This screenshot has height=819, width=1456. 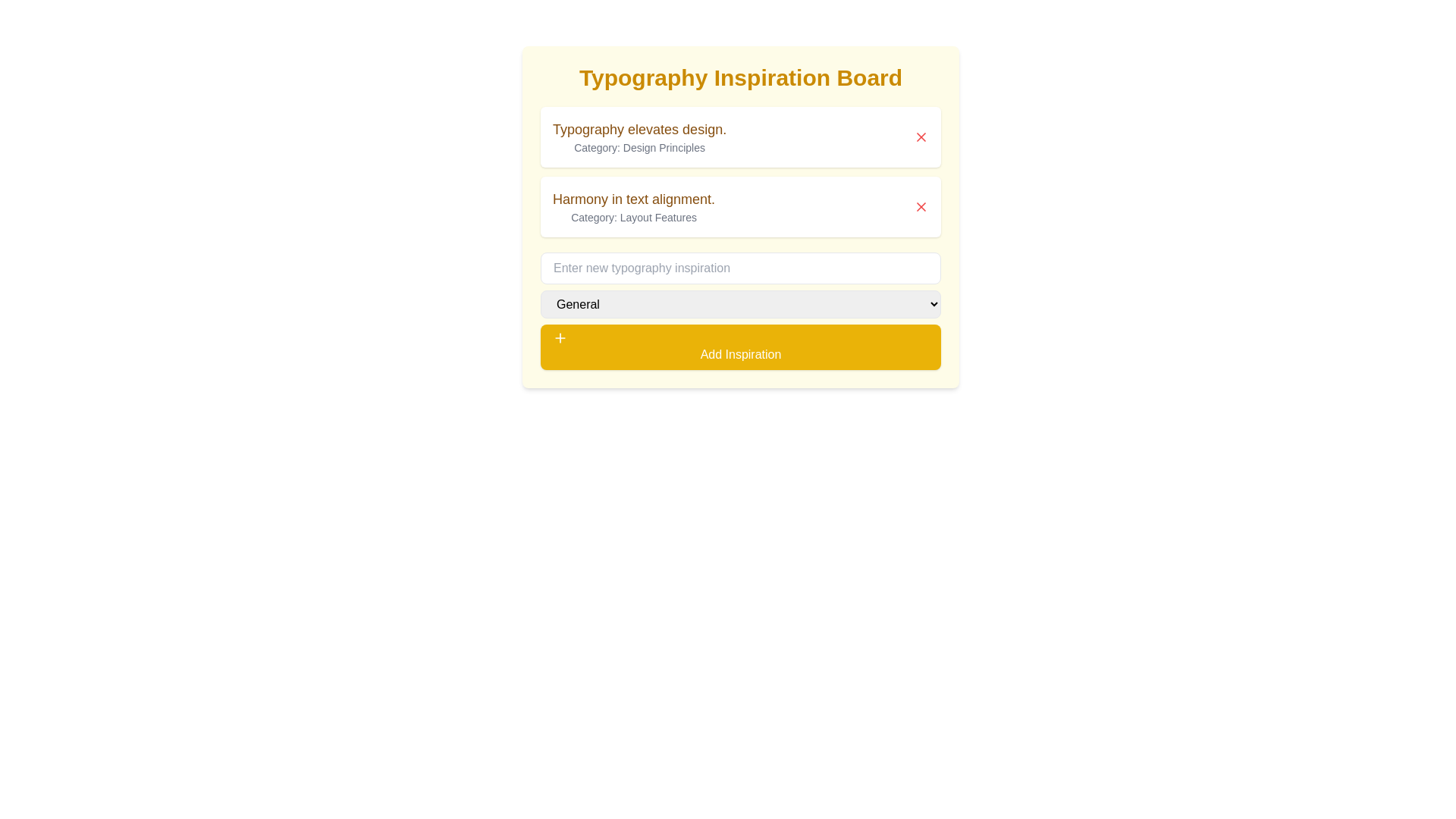 I want to click on the second item in the vertical list under the heading 'Typography Inspiration Board', which provides a description and its category, positioned below the item titled 'Typography elevates design', so click(x=633, y=207).